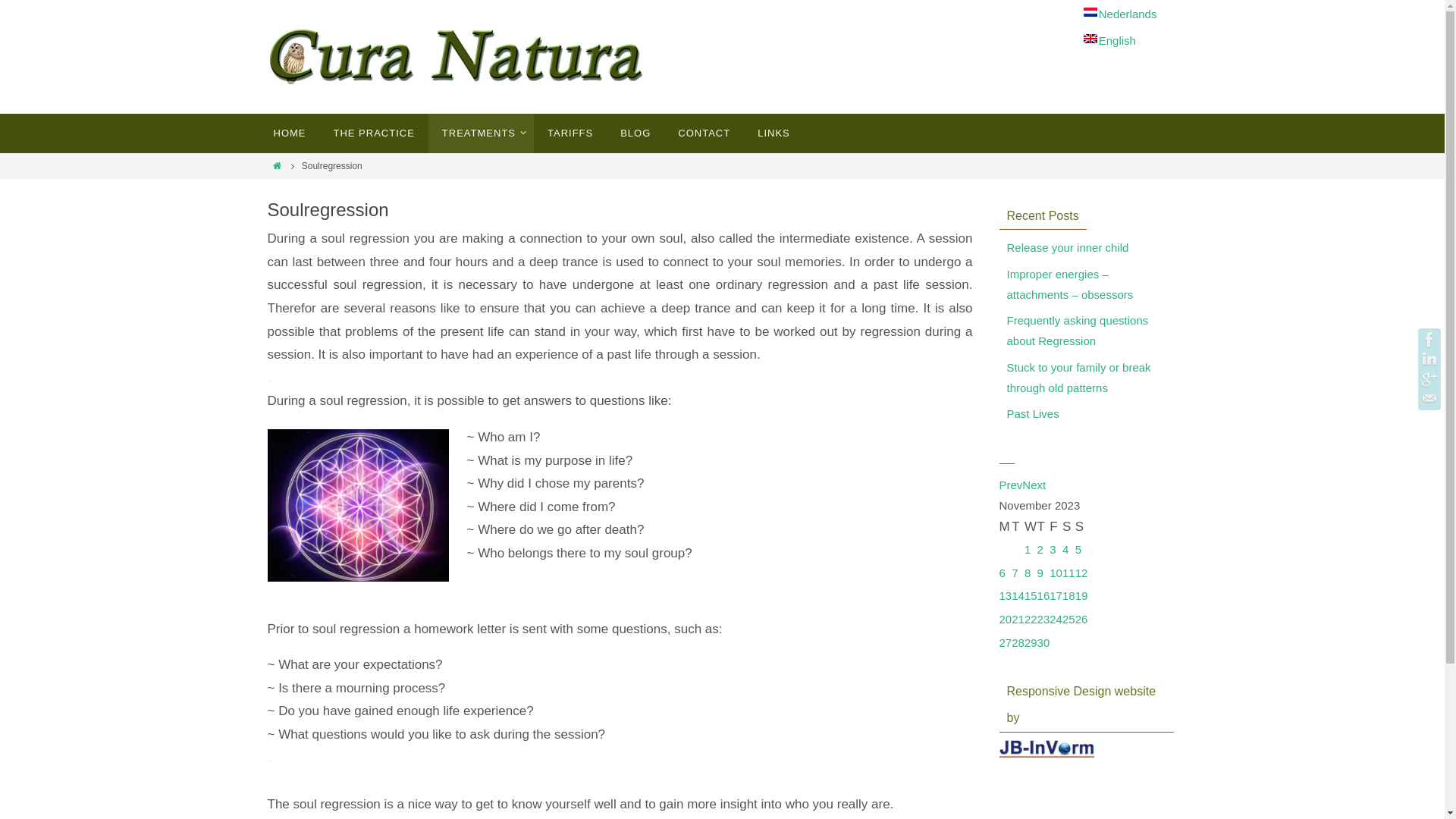 The image size is (1456, 819). I want to click on '29', so click(1031, 643).